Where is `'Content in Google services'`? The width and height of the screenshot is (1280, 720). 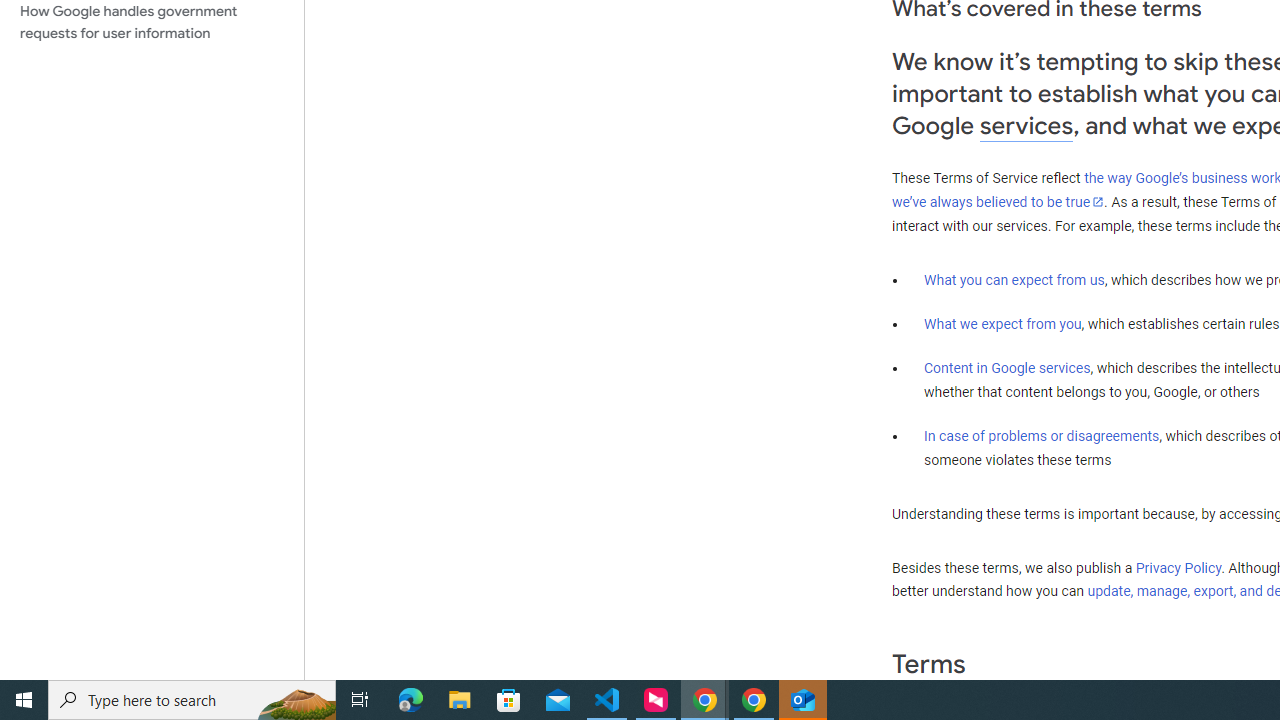
'Content in Google services' is located at coordinates (1007, 368).